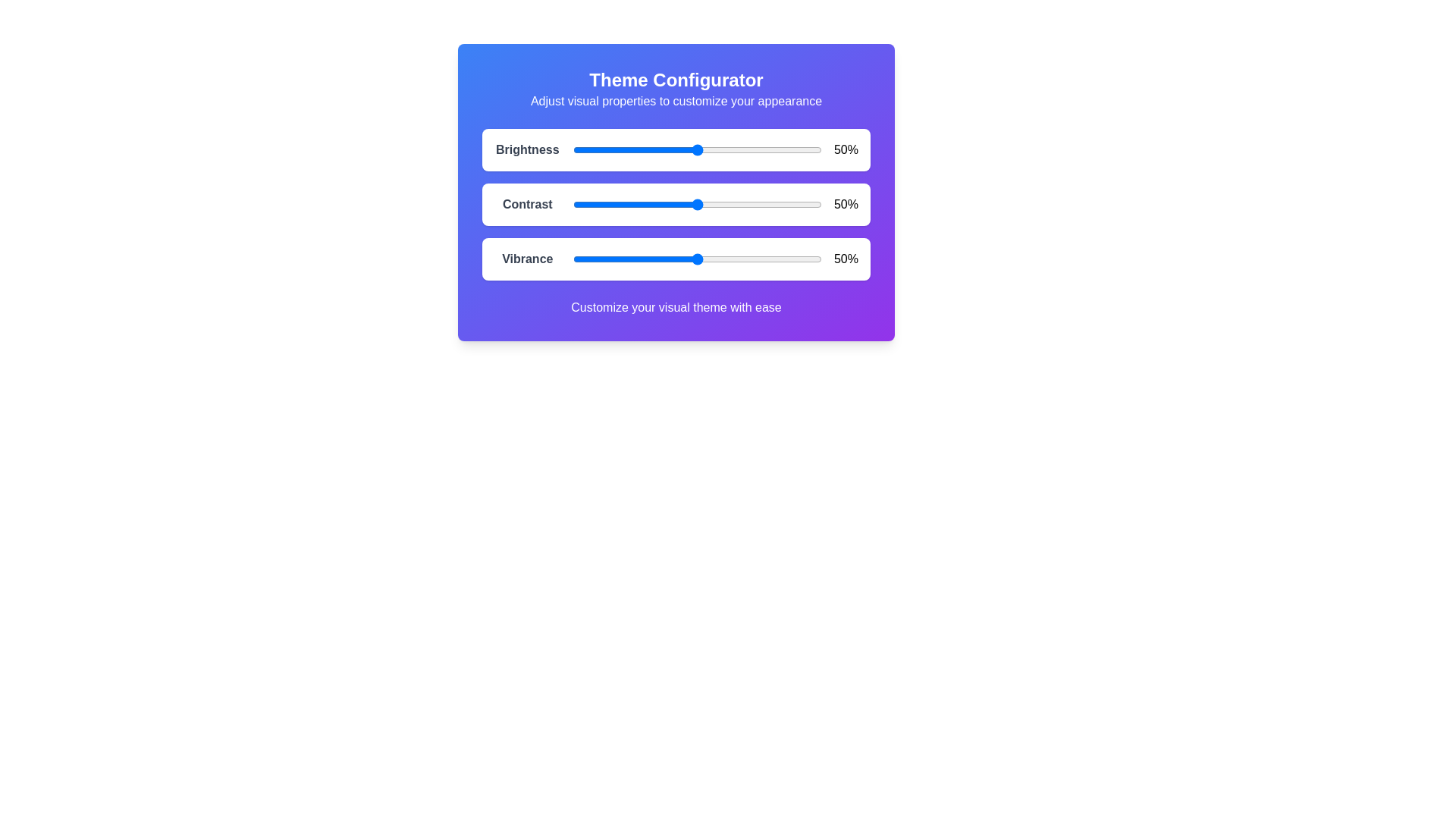 This screenshot has width=1456, height=819. I want to click on the vibrance slider to 40%, so click(671, 259).